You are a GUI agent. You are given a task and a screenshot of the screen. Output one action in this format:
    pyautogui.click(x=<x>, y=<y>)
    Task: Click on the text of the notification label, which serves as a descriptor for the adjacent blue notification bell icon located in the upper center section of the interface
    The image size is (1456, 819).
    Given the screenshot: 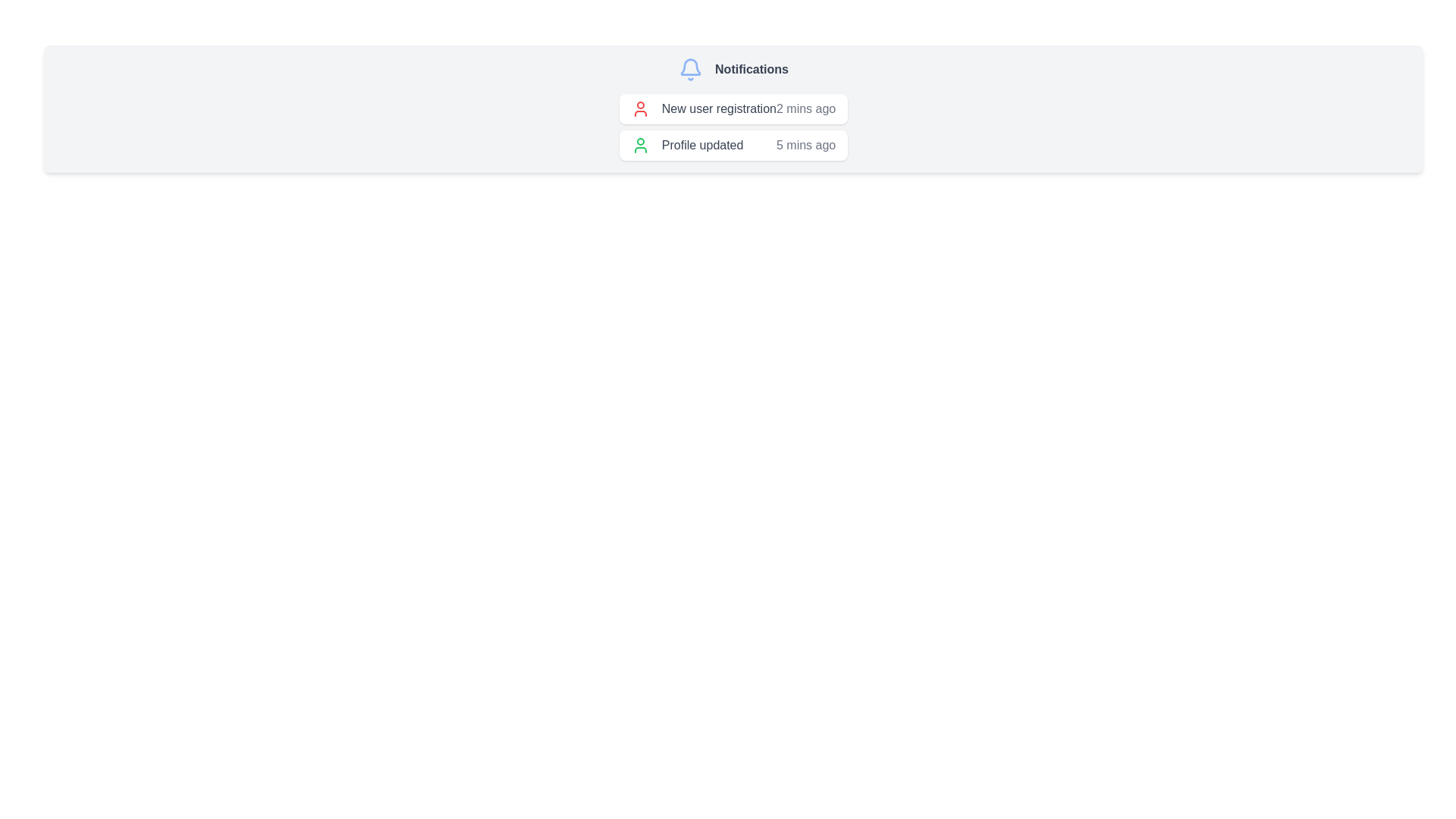 What is the action you would take?
    pyautogui.click(x=752, y=70)
    